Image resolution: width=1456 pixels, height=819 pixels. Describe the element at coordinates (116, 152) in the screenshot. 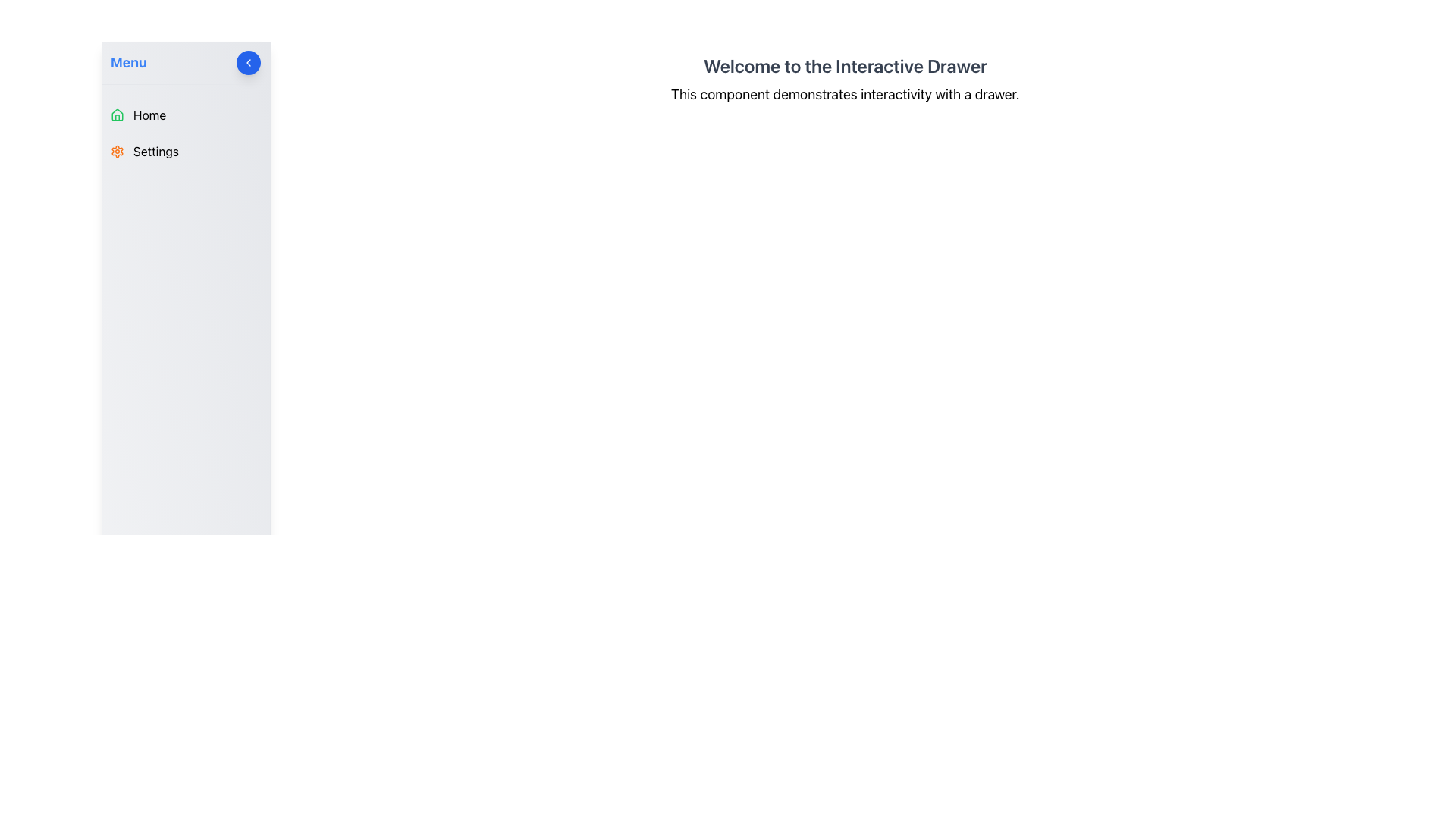

I see `the gear-shaped settings icon with a vibrant orange outline located in the left-hand navigation menu, next` at that location.